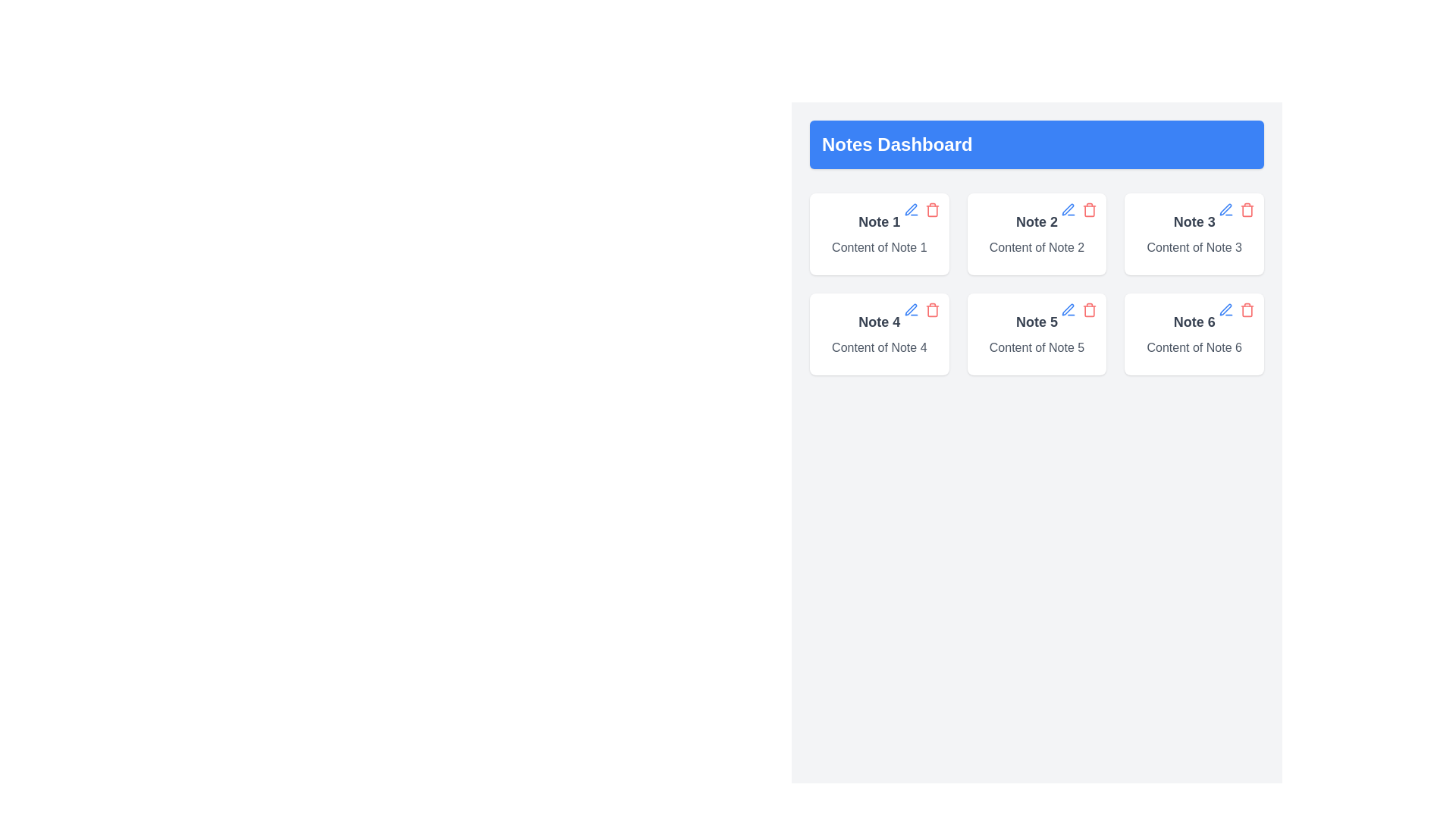  What do you see at coordinates (1036, 247) in the screenshot?
I see `the text label reading 'Content of Note 2', which is styled in medium gray and positioned below the title 'Note 2' in the second card of the notes grid` at bounding box center [1036, 247].